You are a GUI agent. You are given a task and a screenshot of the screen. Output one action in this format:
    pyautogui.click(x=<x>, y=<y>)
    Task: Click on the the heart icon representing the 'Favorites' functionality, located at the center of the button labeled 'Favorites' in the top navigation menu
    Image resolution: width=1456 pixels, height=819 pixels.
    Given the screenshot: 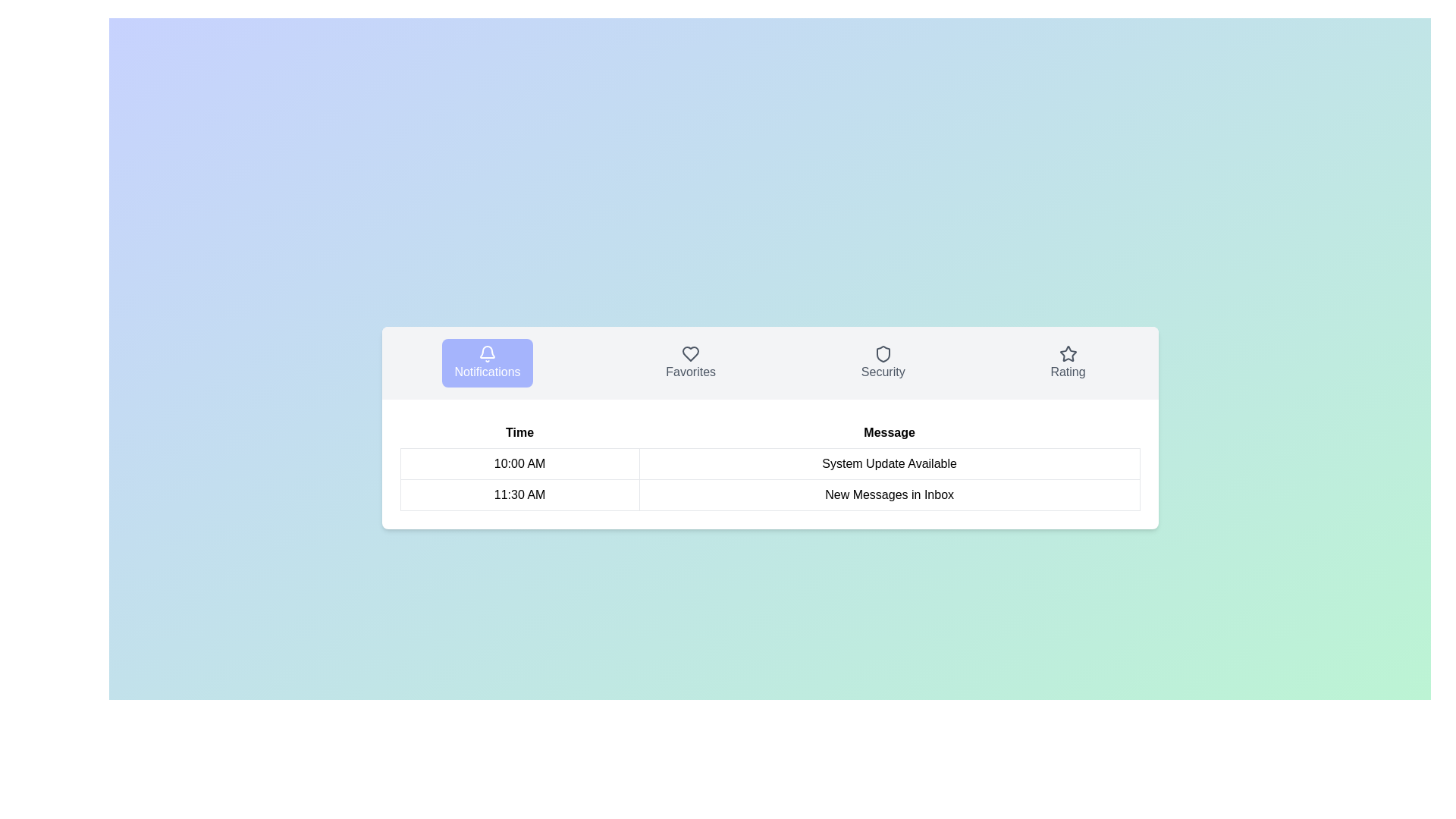 What is the action you would take?
    pyautogui.click(x=690, y=353)
    